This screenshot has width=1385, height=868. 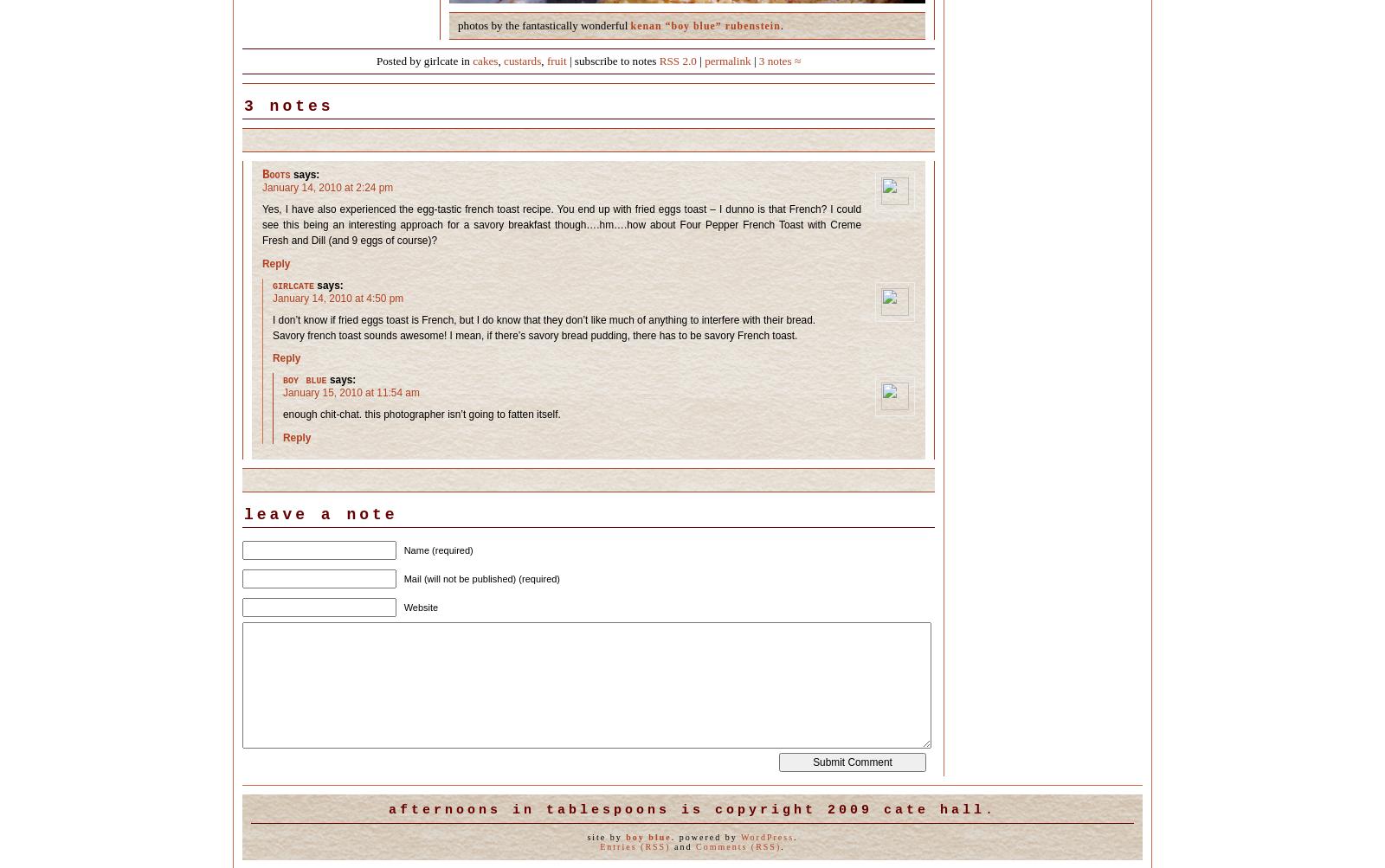 What do you see at coordinates (480, 579) in the screenshot?
I see `'Mail (will not be published) (required)'` at bounding box center [480, 579].